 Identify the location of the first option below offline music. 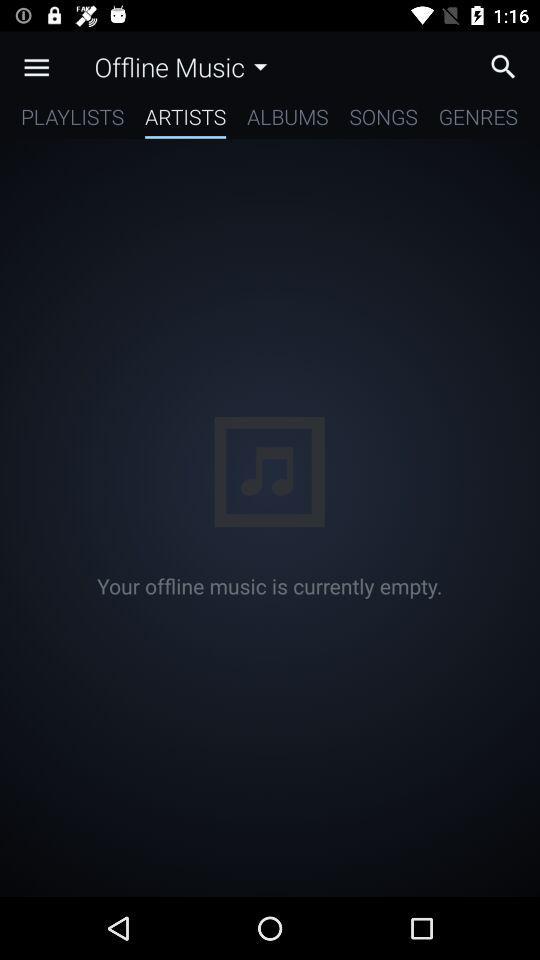
(71, 120).